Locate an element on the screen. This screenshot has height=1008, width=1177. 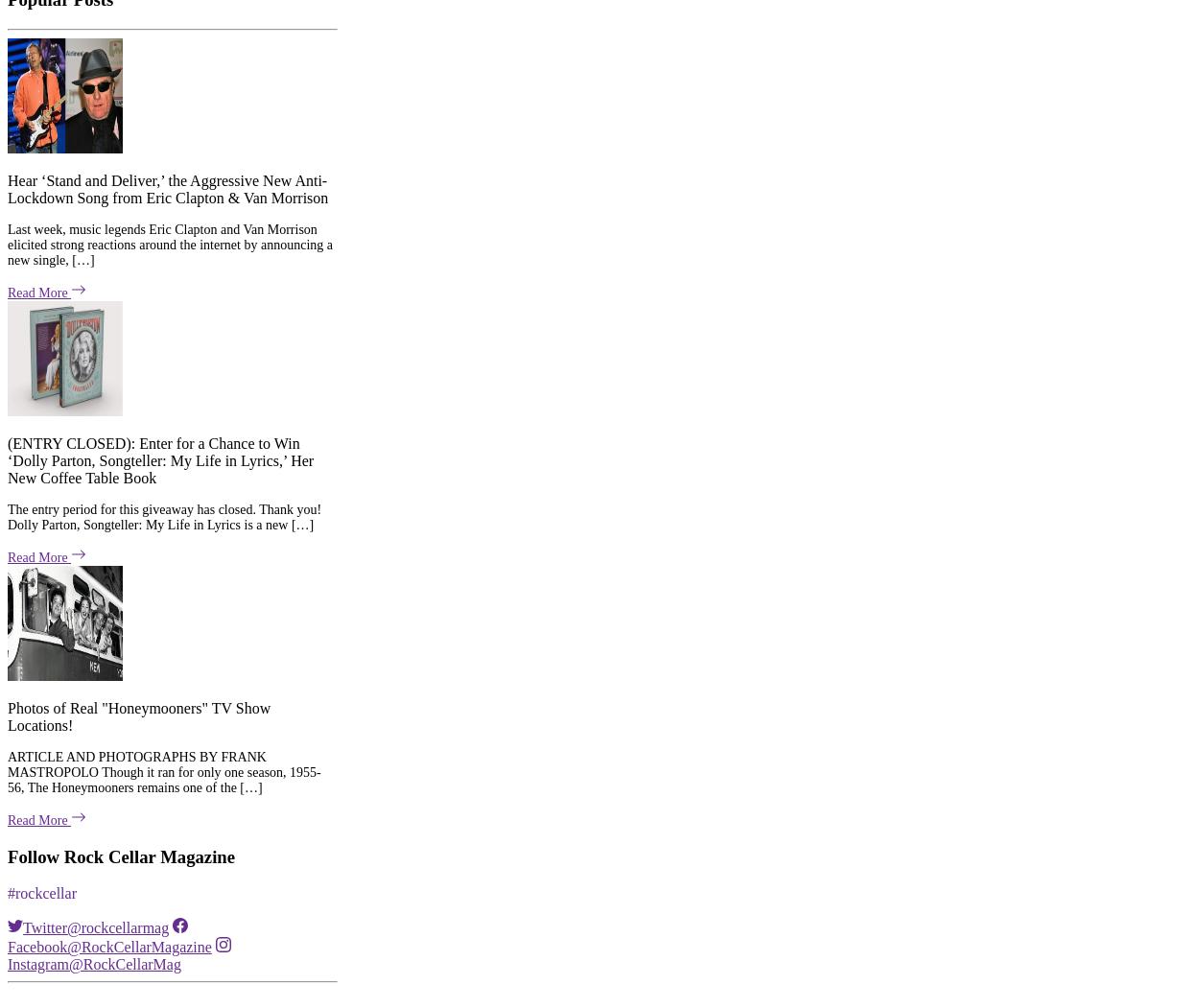
'Photos of Real "Honeymooners" TV Show Locations!' is located at coordinates (138, 427).